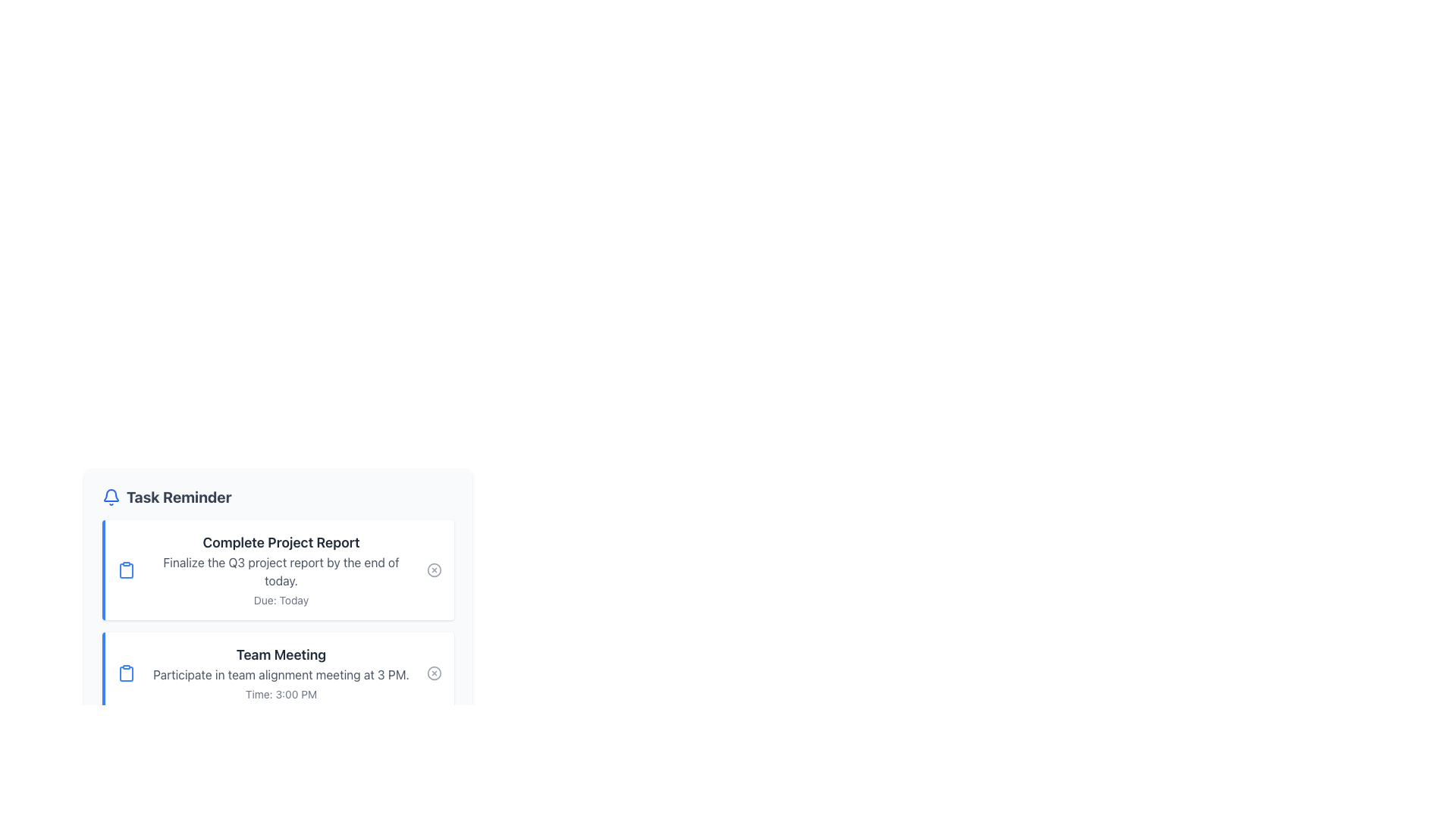 The height and width of the screenshot is (819, 1456). I want to click on the Display Text Block that shows 'Team Meeting' with the description 'Participate in team alignment meeting at 3 PM.', so click(281, 672).